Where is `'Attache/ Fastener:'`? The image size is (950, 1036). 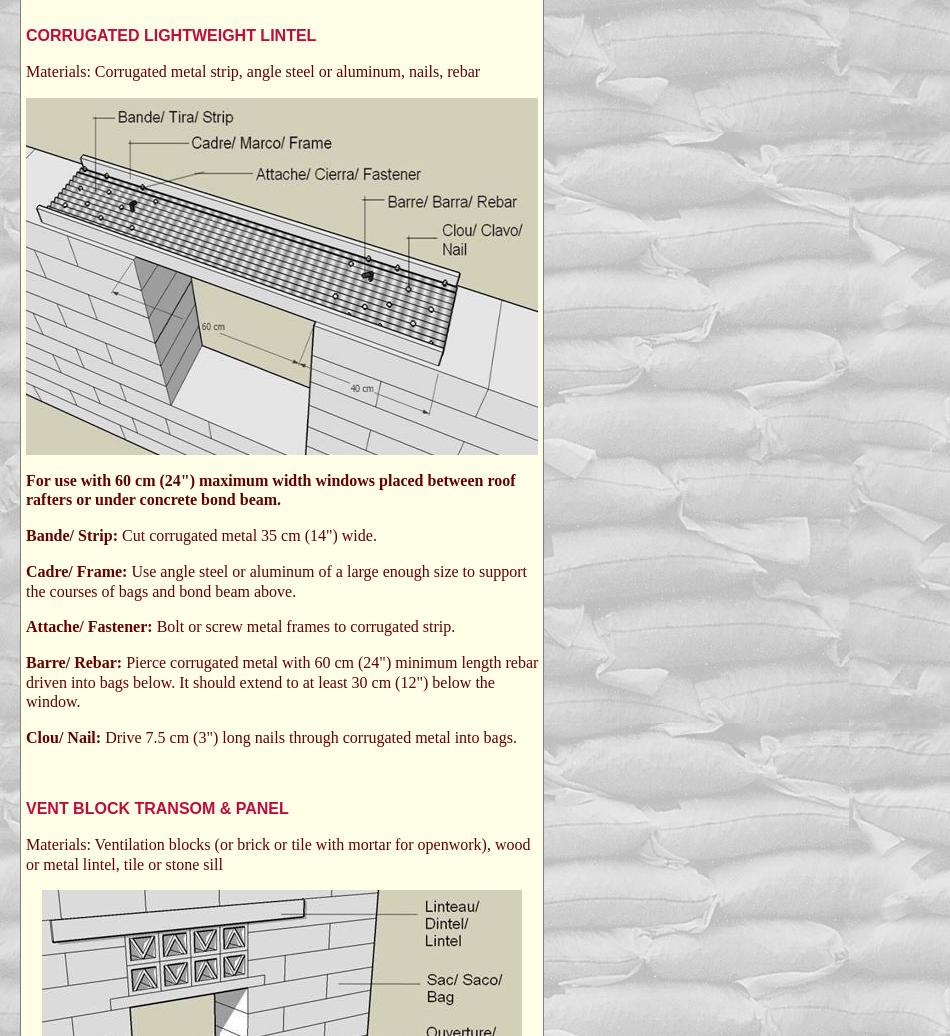 'Attache/ Fastener:' is located at coordinates (91, 626).